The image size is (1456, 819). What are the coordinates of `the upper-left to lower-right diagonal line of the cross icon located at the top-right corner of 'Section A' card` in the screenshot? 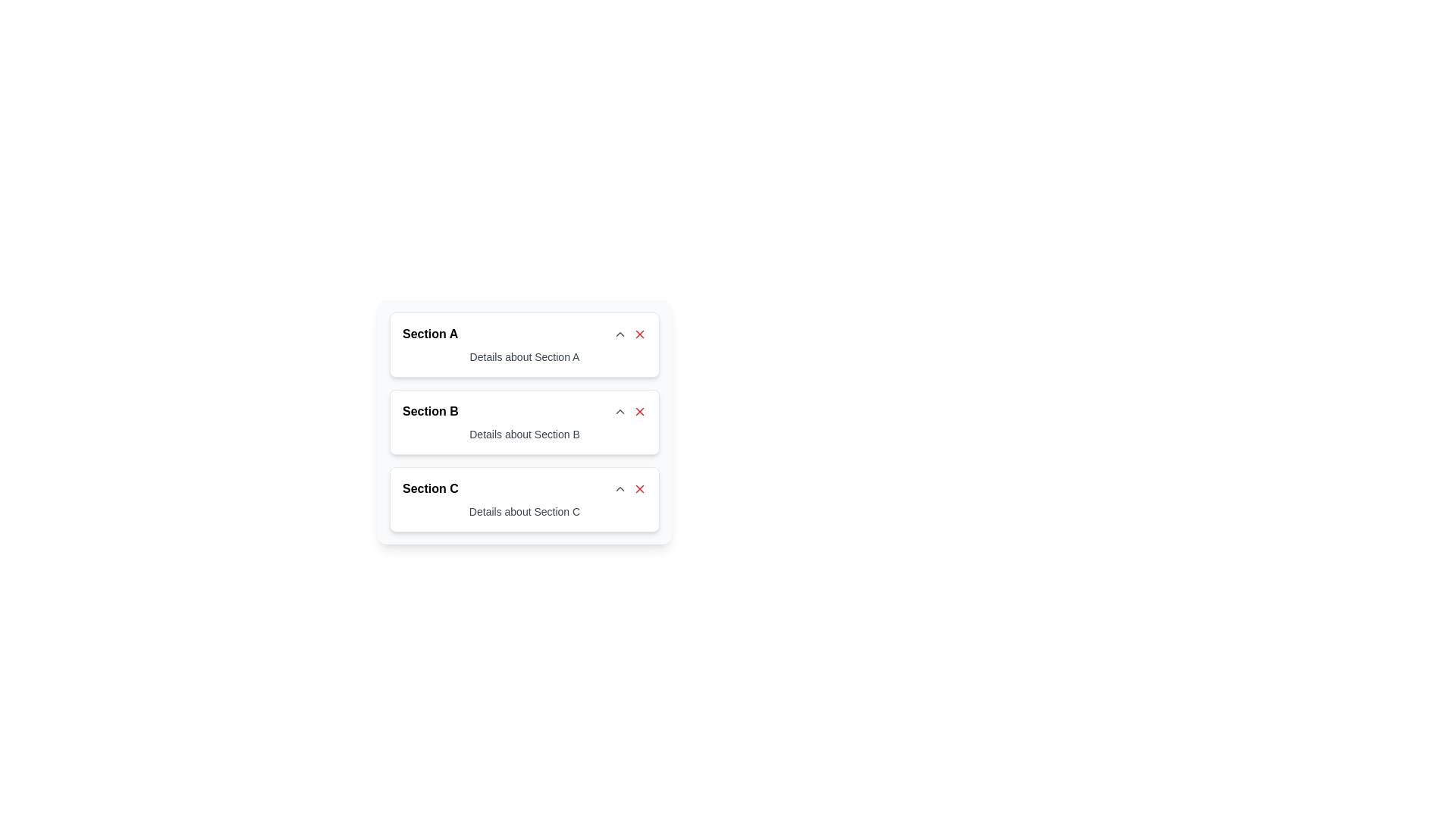 It's located at (640, 333).